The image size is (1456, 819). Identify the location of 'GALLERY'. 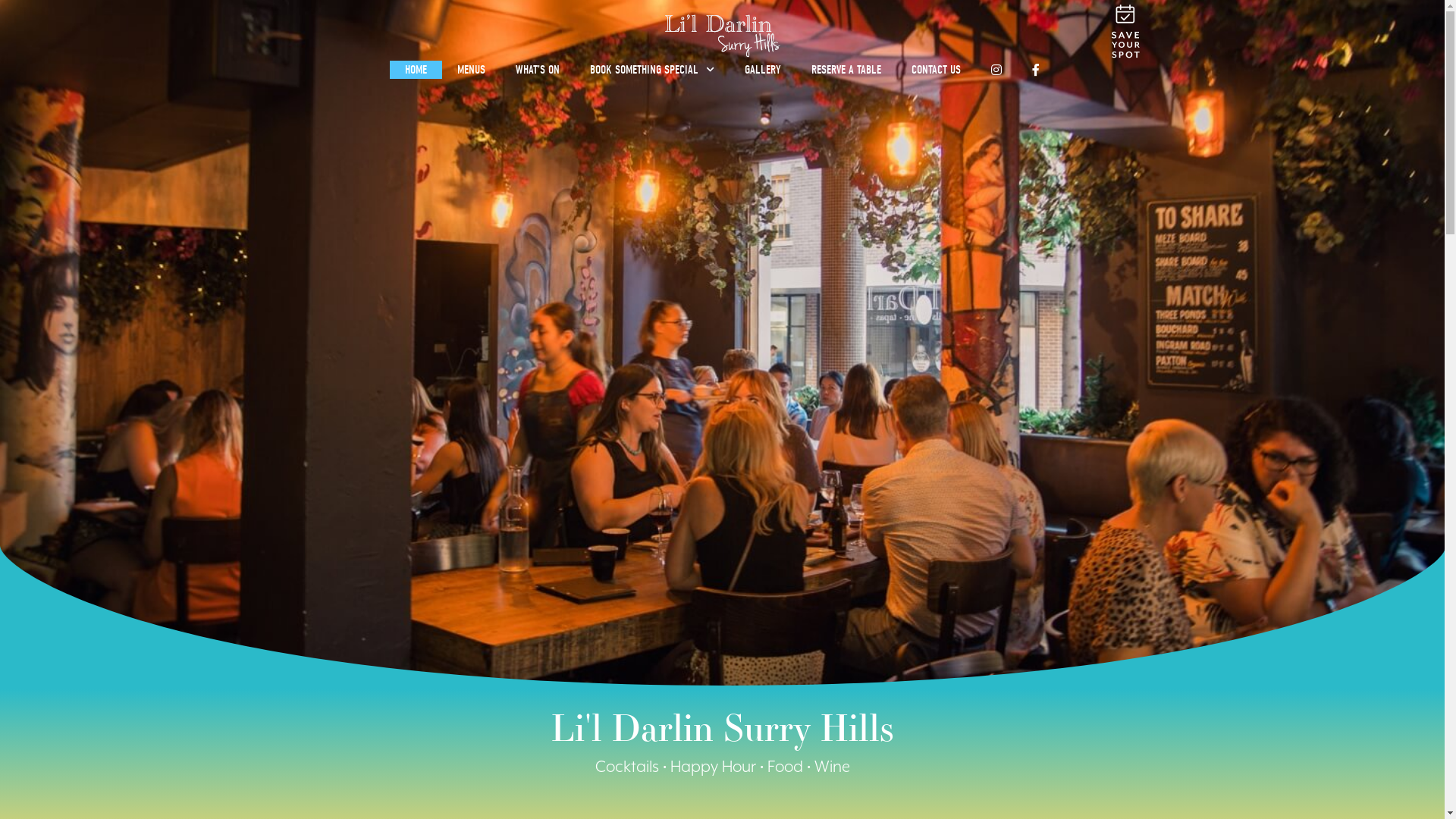
(763, 70).